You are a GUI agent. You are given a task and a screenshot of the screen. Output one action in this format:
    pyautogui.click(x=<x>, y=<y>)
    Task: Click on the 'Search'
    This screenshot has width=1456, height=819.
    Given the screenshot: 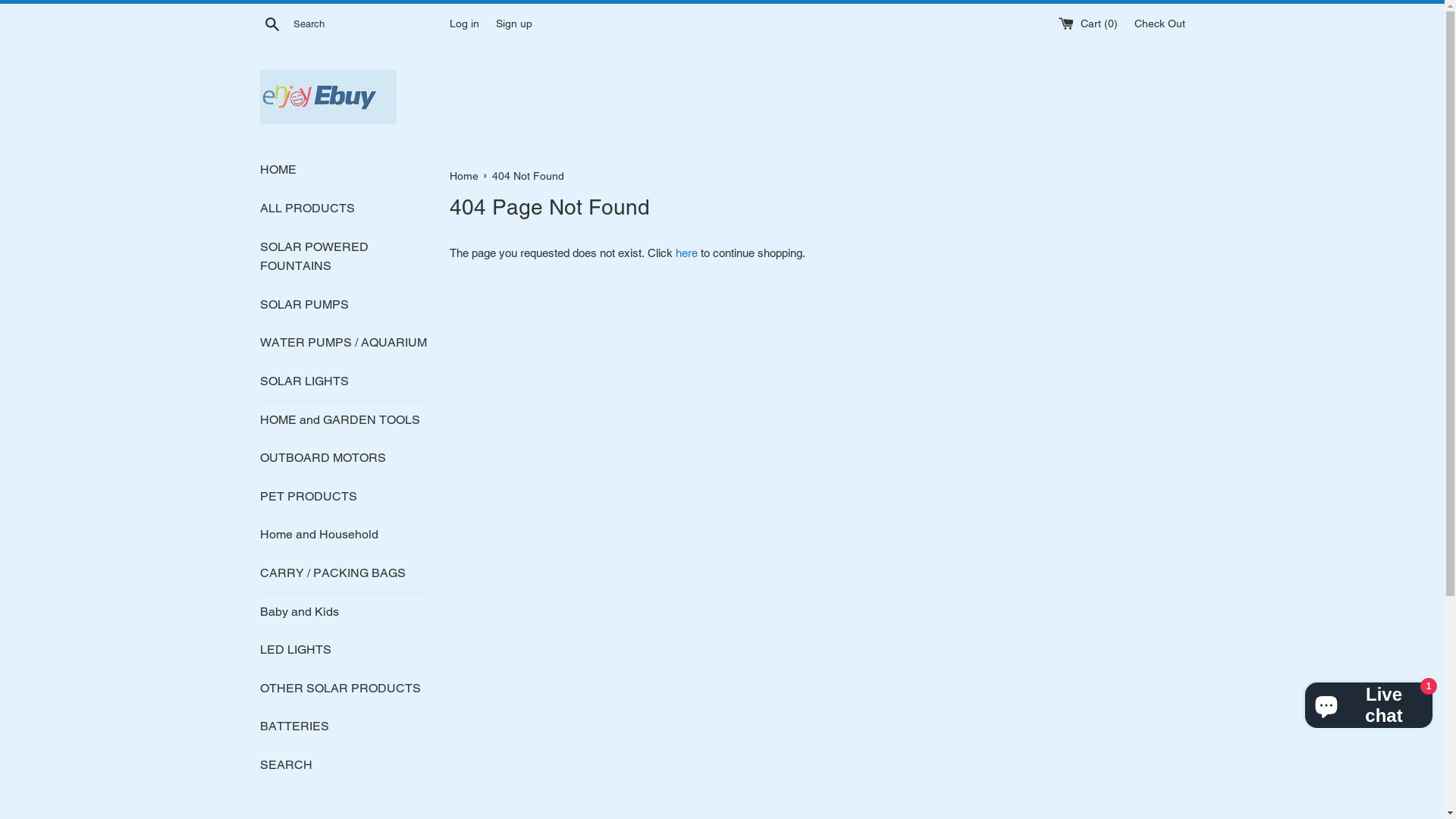 What is the action you would take?
    pyautogui.click(x=271, y=23)
    